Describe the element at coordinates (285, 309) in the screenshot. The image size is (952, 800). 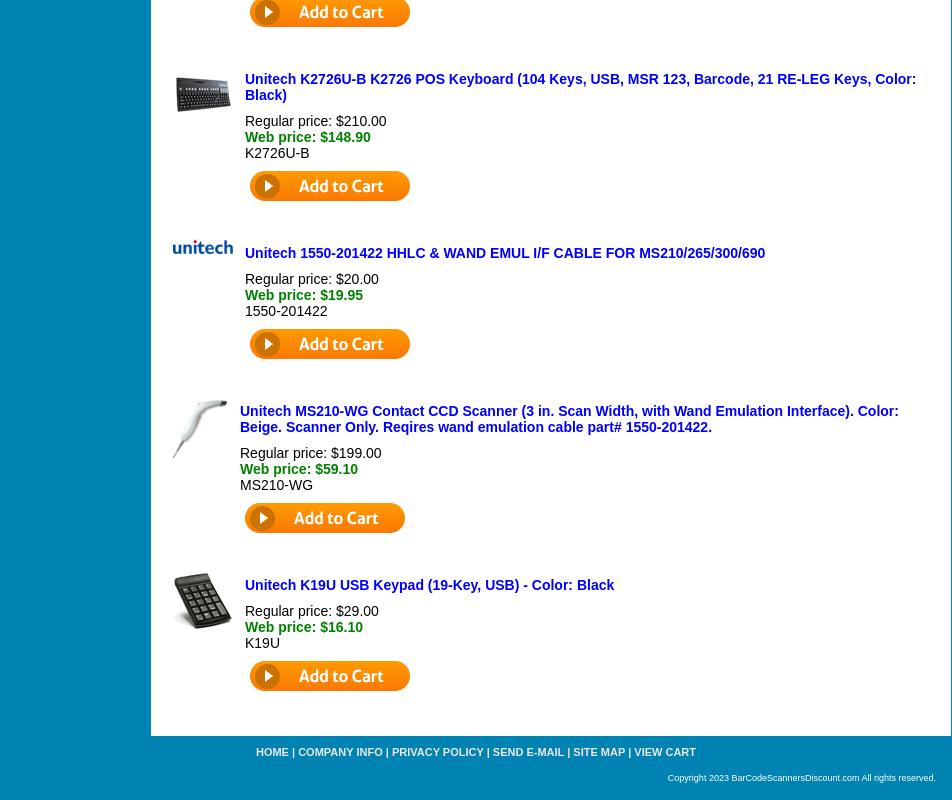
I see `'1550-201422'` at that location.